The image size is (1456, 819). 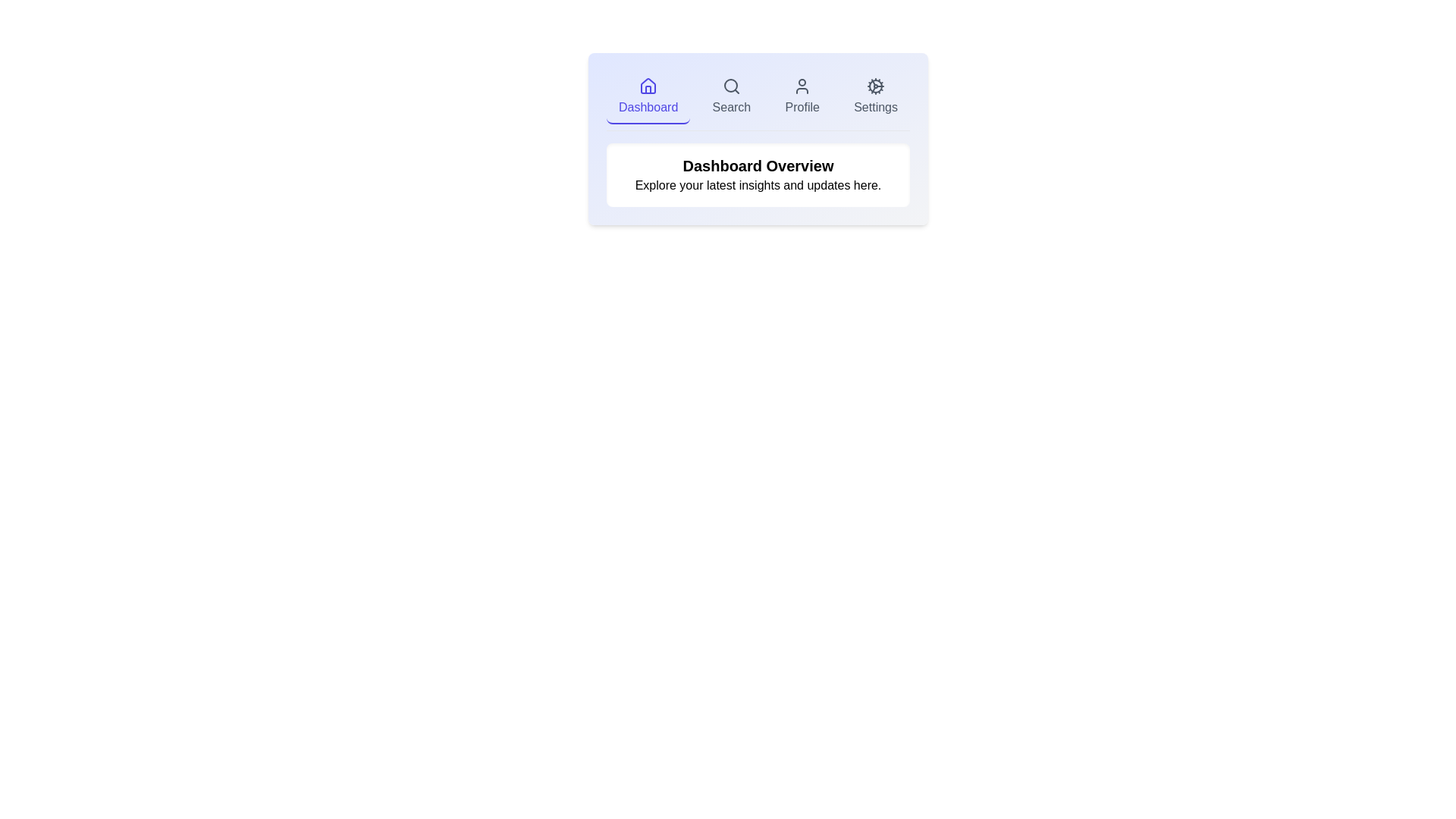 What do you see at coordinates (648, 97) in the screenshot?
I see `the 'Dashboard' navigational button located on the far left of a horizontal row of buttons` at bounding box center [648, 97].